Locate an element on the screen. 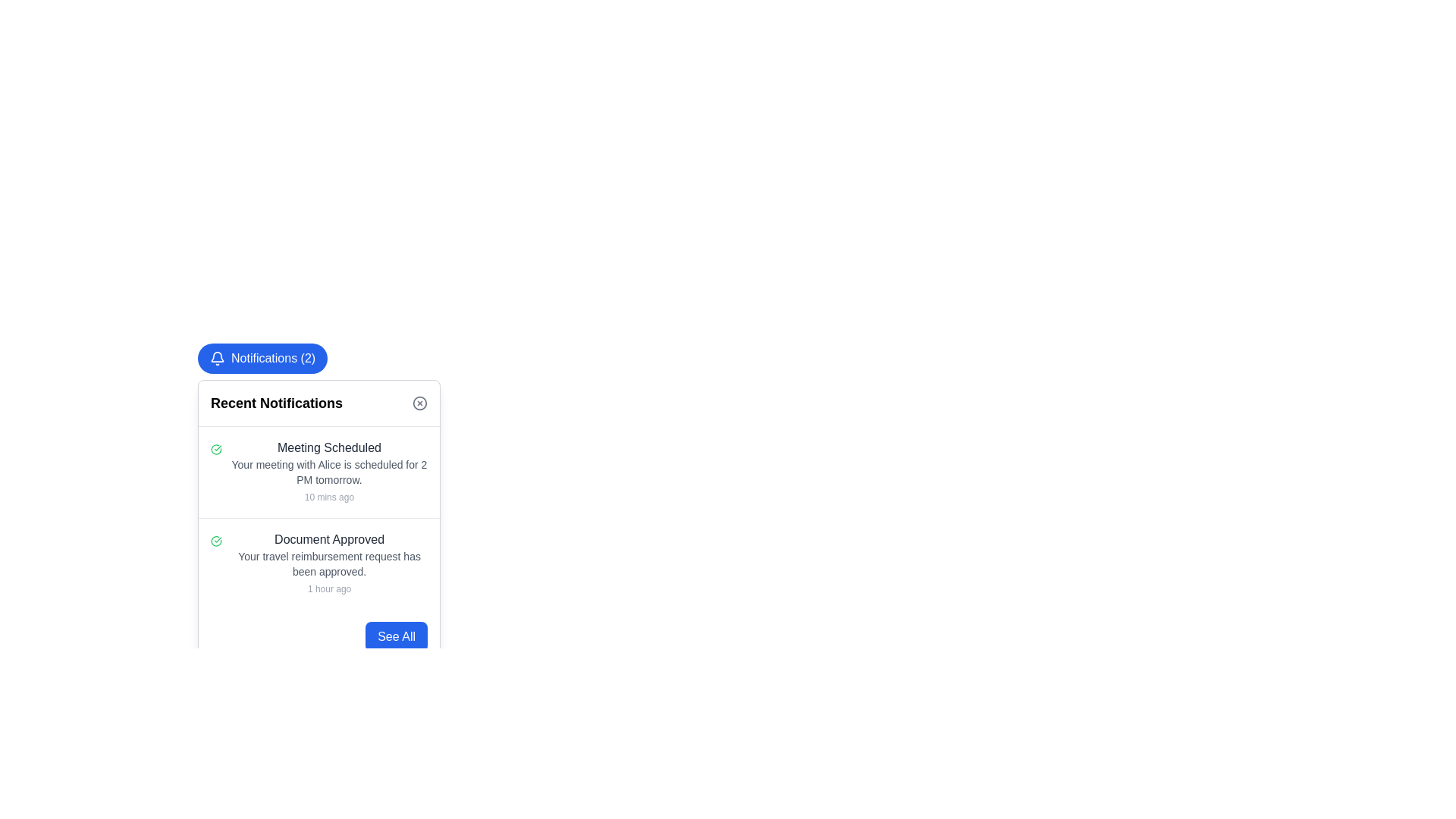  the notification entry indicating that the travel reimbursement request has been approved is located at coordinates (328, 564).